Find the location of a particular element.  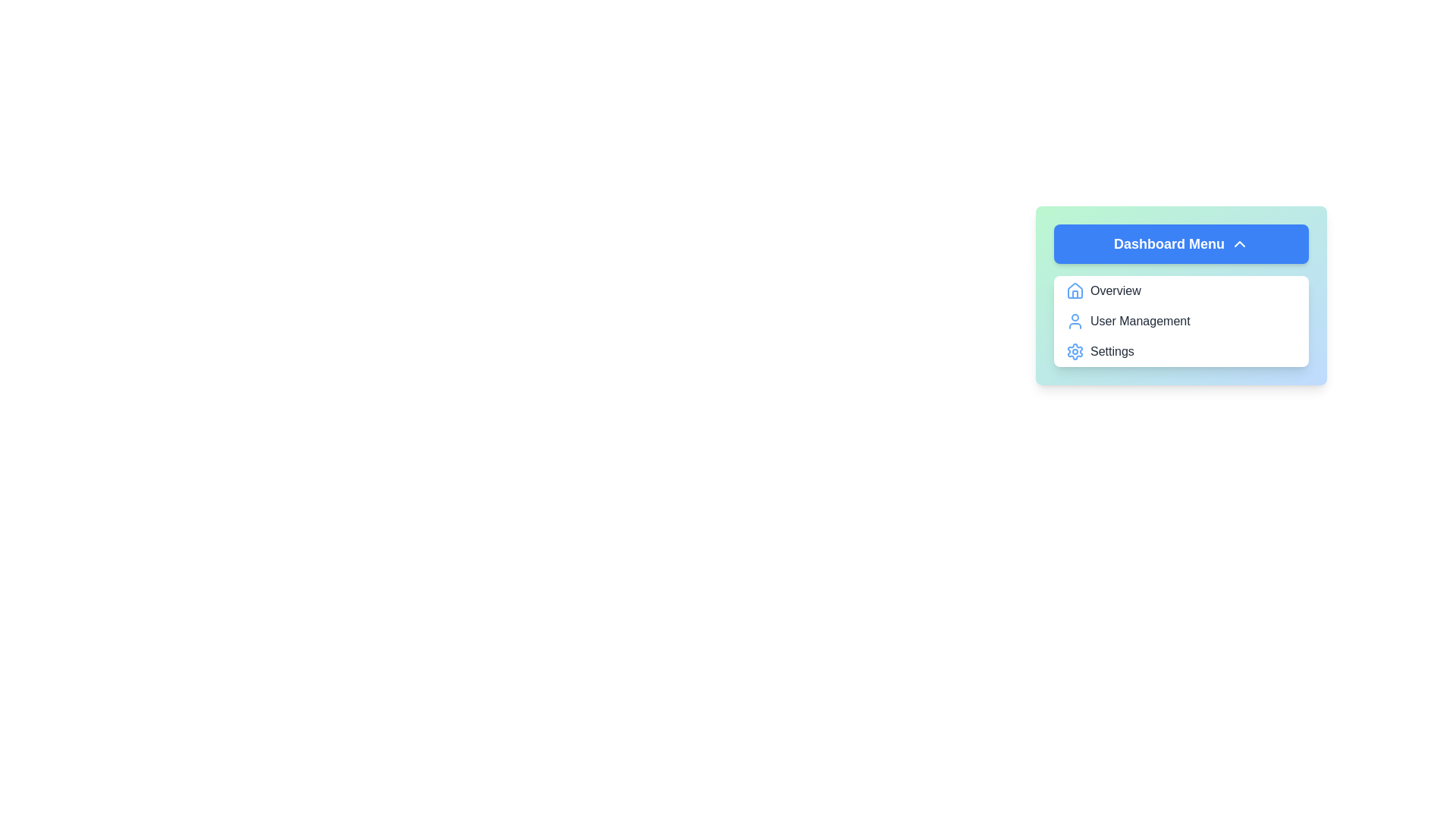

the menu item Overview from the Dashboard Menu is located at coordinates (1103, 291).